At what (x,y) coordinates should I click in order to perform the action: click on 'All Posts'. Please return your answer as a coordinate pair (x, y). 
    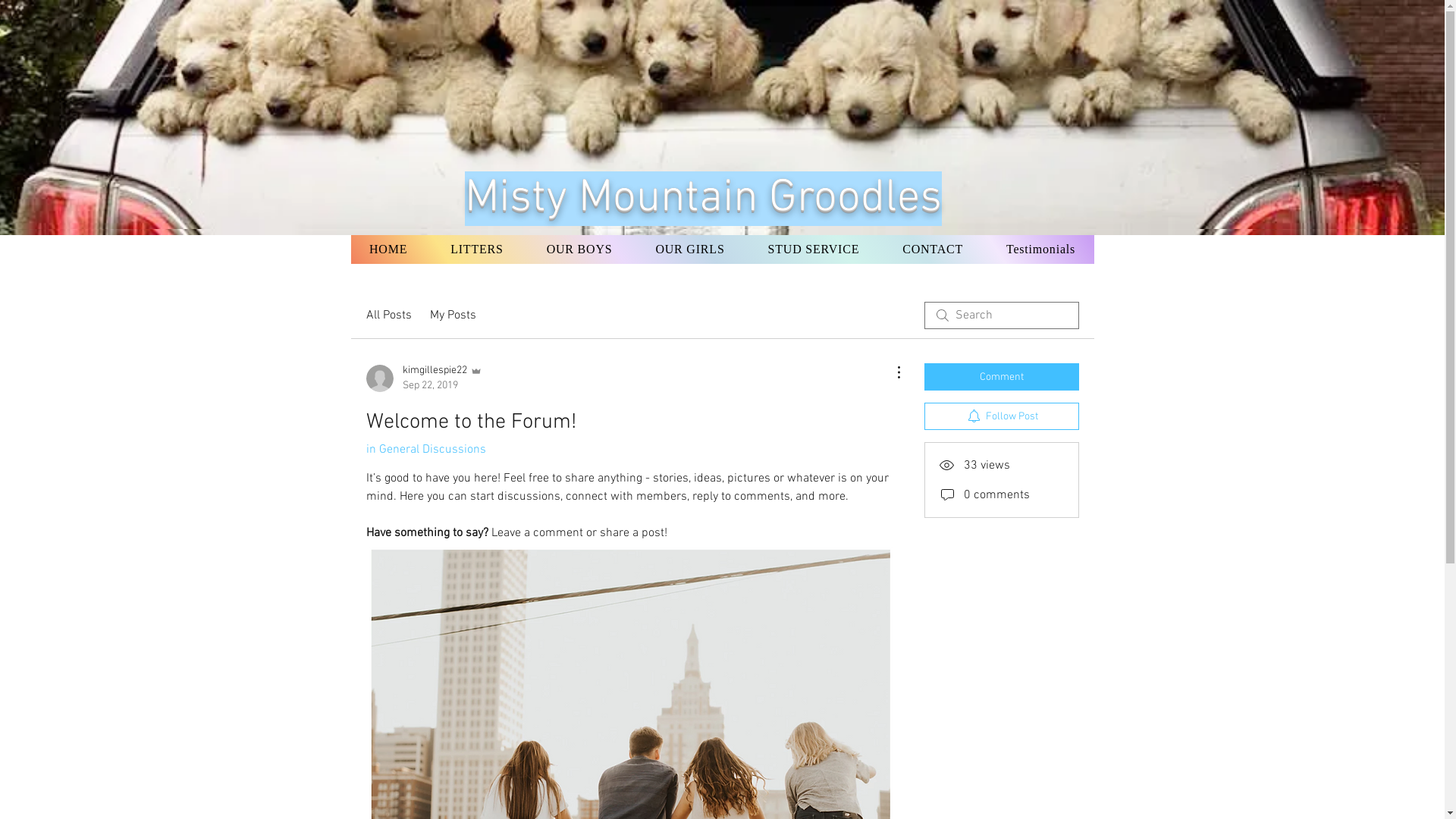
    Looking at the image, I should click on (388, 315).